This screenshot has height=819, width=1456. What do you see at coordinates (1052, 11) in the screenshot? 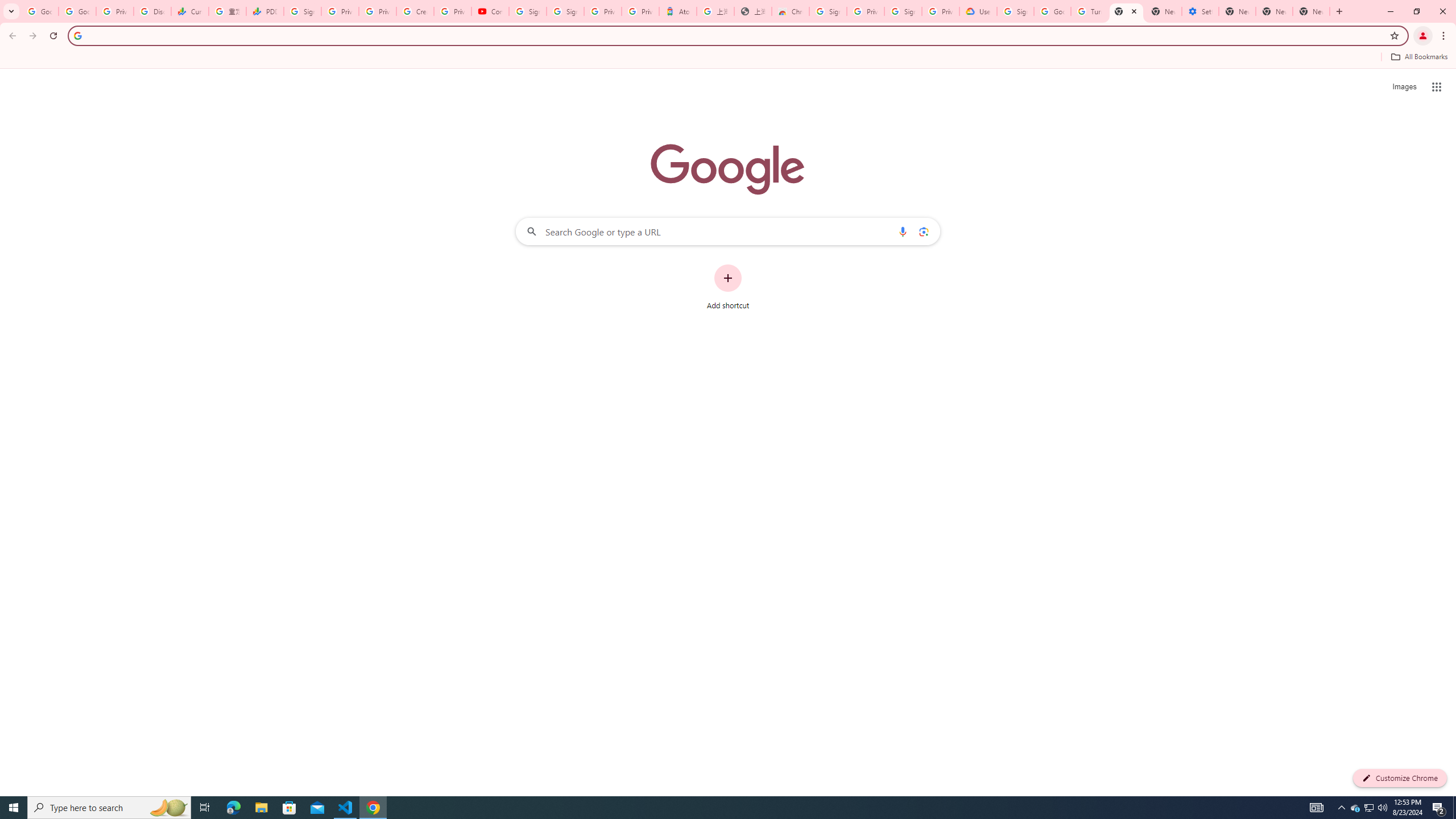
I see `'Google Account Help'` at bounding box center [1052, 11].